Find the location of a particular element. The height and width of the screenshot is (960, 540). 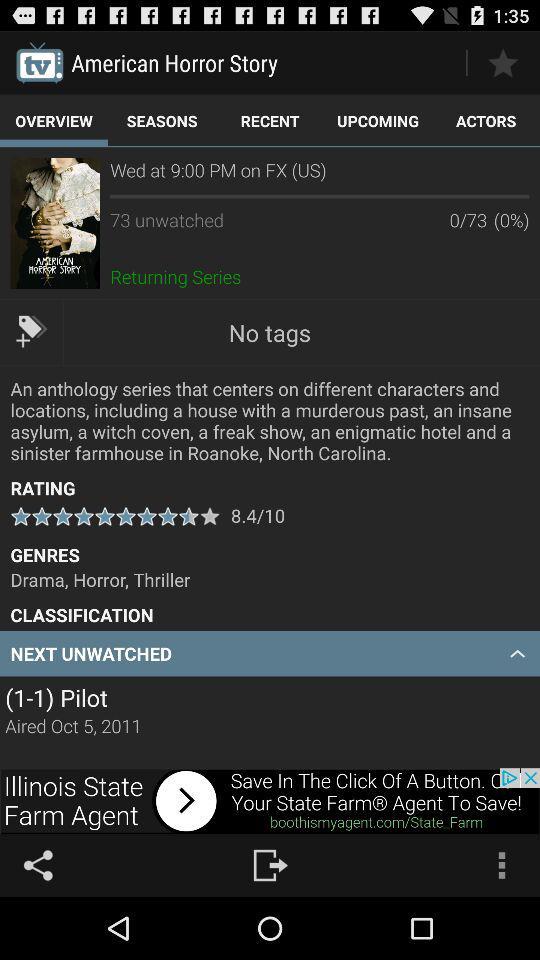

fair vote is located at coordinates (502, 62).